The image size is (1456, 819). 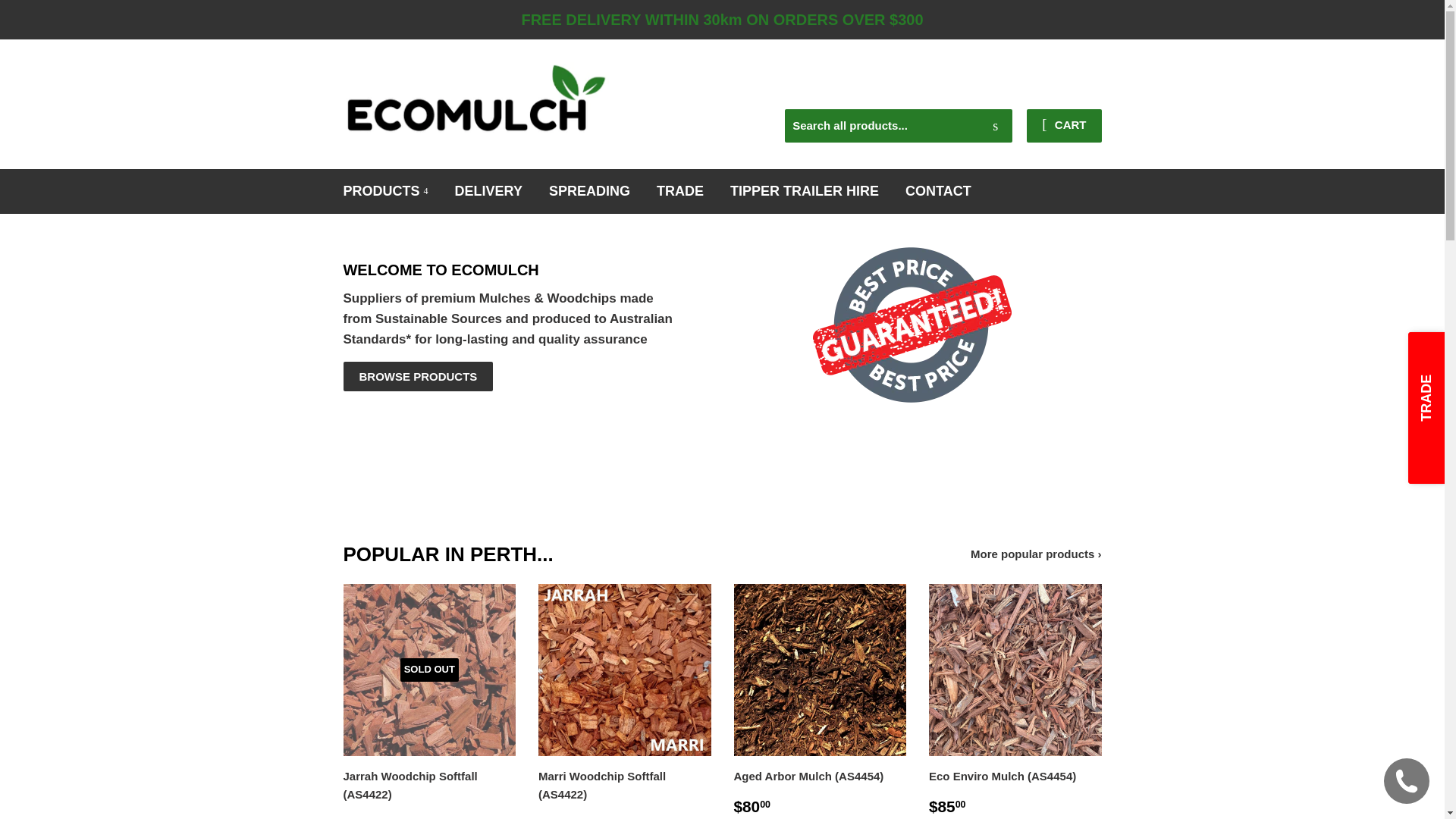 I want to click on 'Create an Account', so click(x=1058, y=89).